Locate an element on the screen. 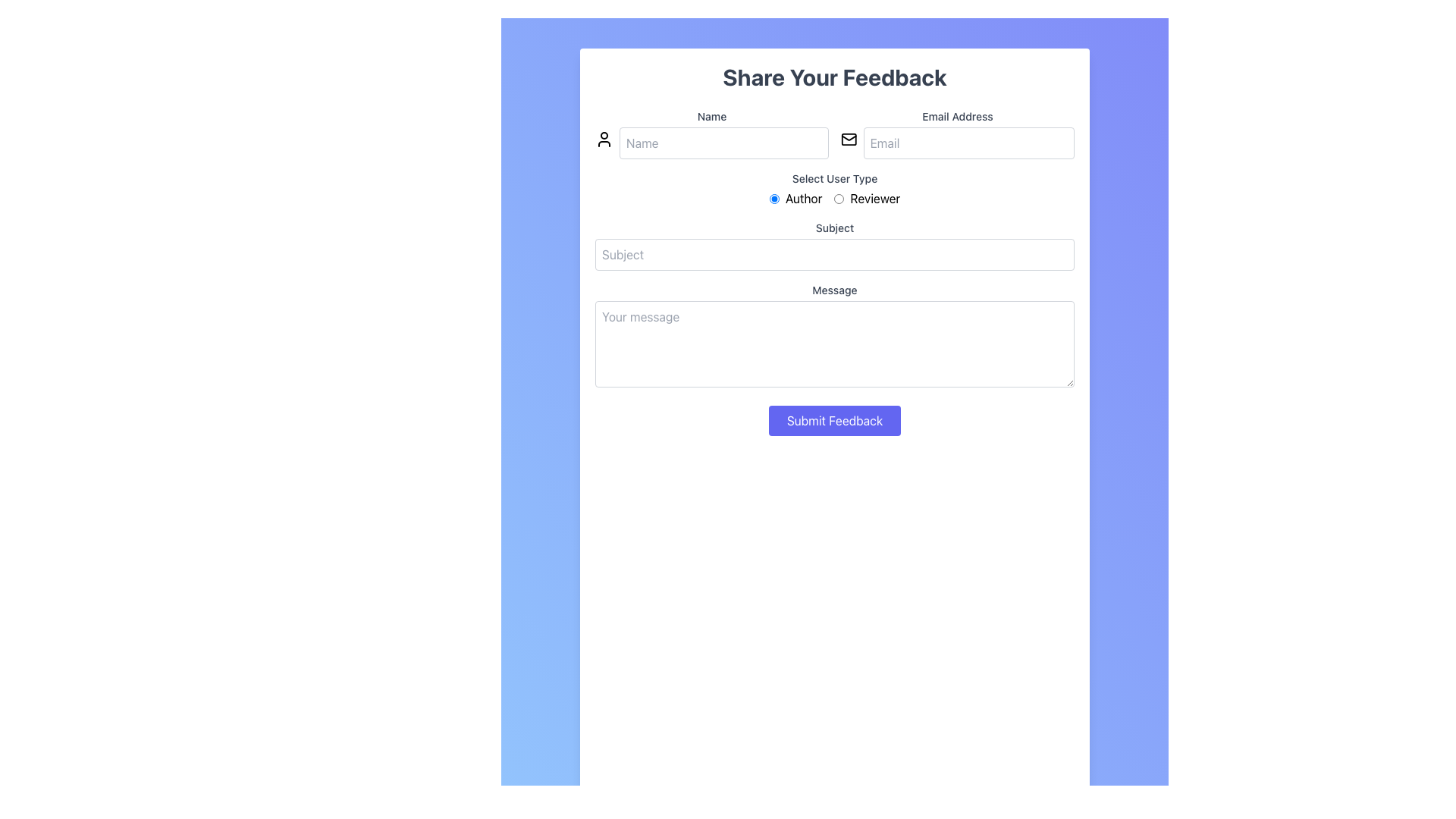  the text label displaying 'Select User Type', which is styled in gray and positioned above the radio buttons for 'Author' and 'Reviewer' is located at coordinates (833, 177).